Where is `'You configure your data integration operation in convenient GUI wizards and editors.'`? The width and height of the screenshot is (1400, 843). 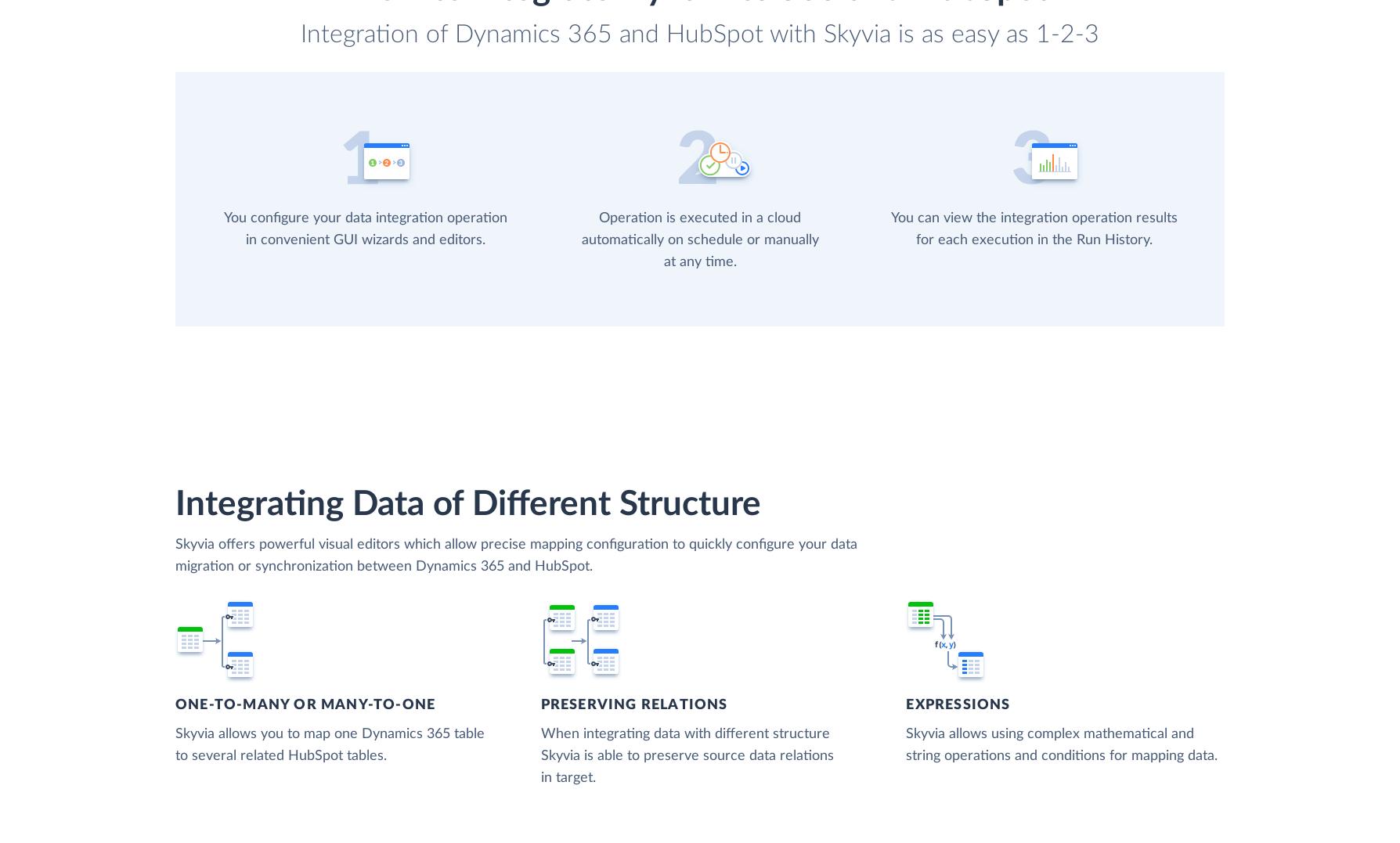
'You configure your data integration operation in convenient GUI wizards and editors.' is located at coordinates (366, 228).